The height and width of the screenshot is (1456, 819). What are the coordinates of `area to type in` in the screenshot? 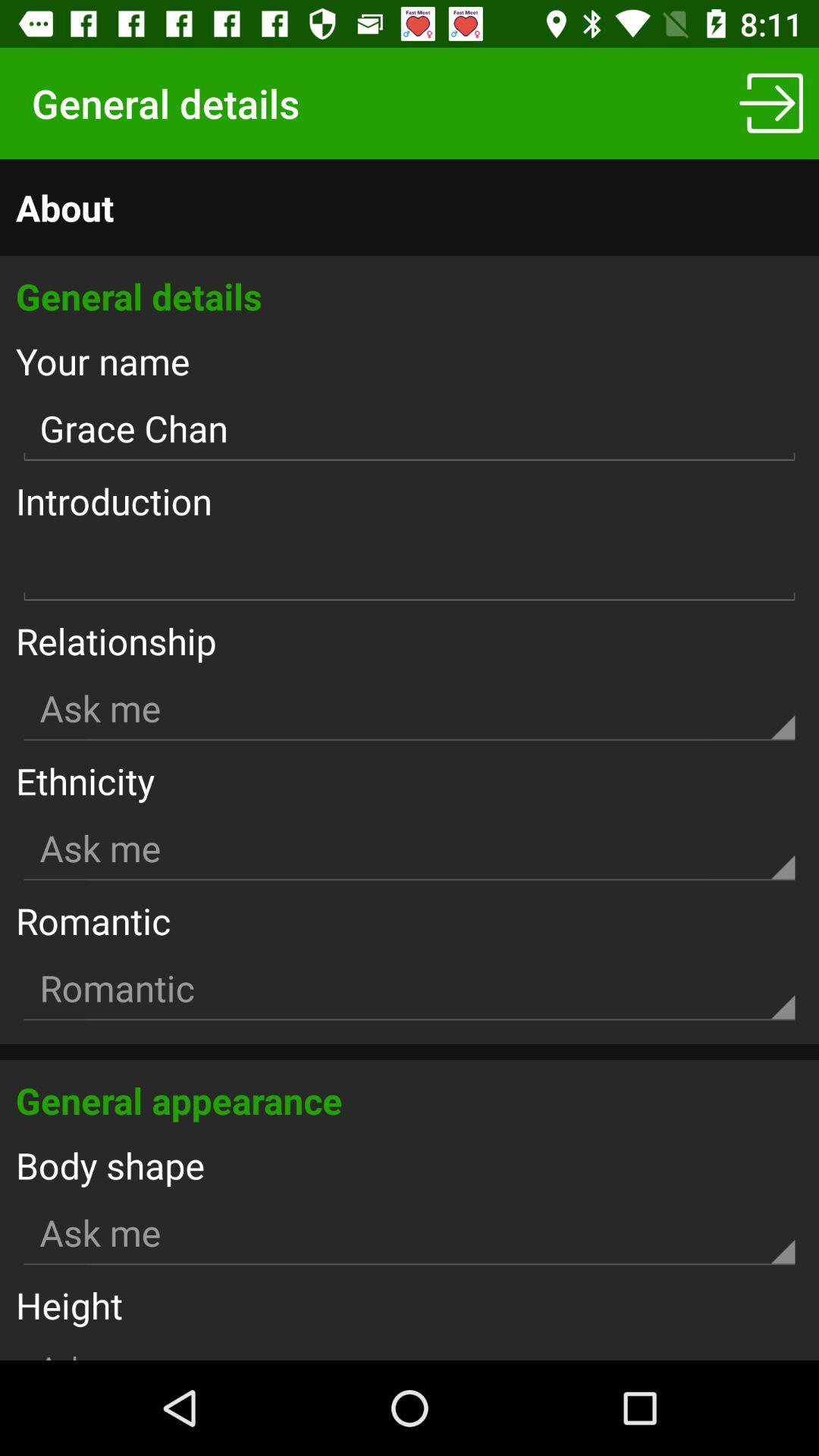 It's located at (409, 568).